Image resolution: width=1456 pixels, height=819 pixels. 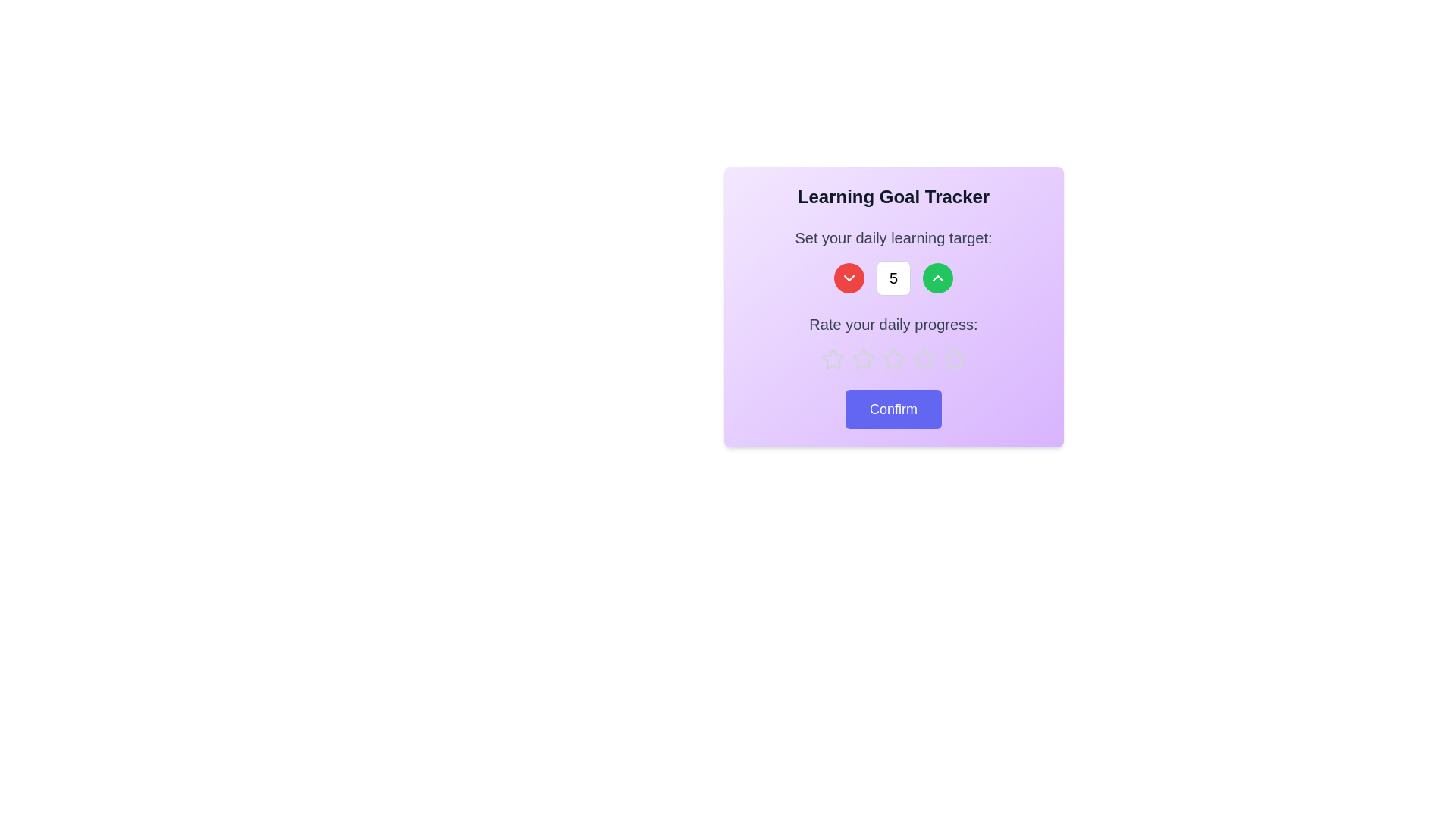 What do you see at coordinates (893, 409) in the screenshot?
I see `the 'Confirm' button with white text on a blue background` at bounding box center [893, 409].